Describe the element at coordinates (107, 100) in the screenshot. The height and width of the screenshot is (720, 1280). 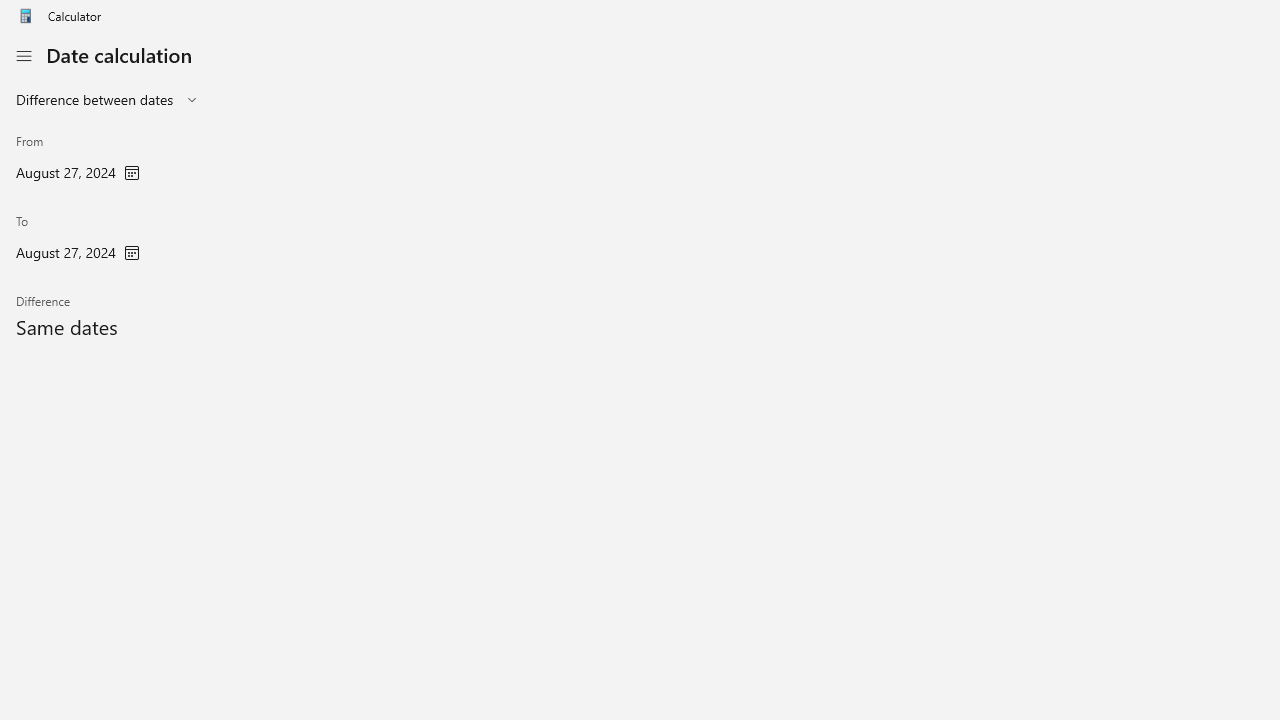
I see `'Calculation mode'` at that location.